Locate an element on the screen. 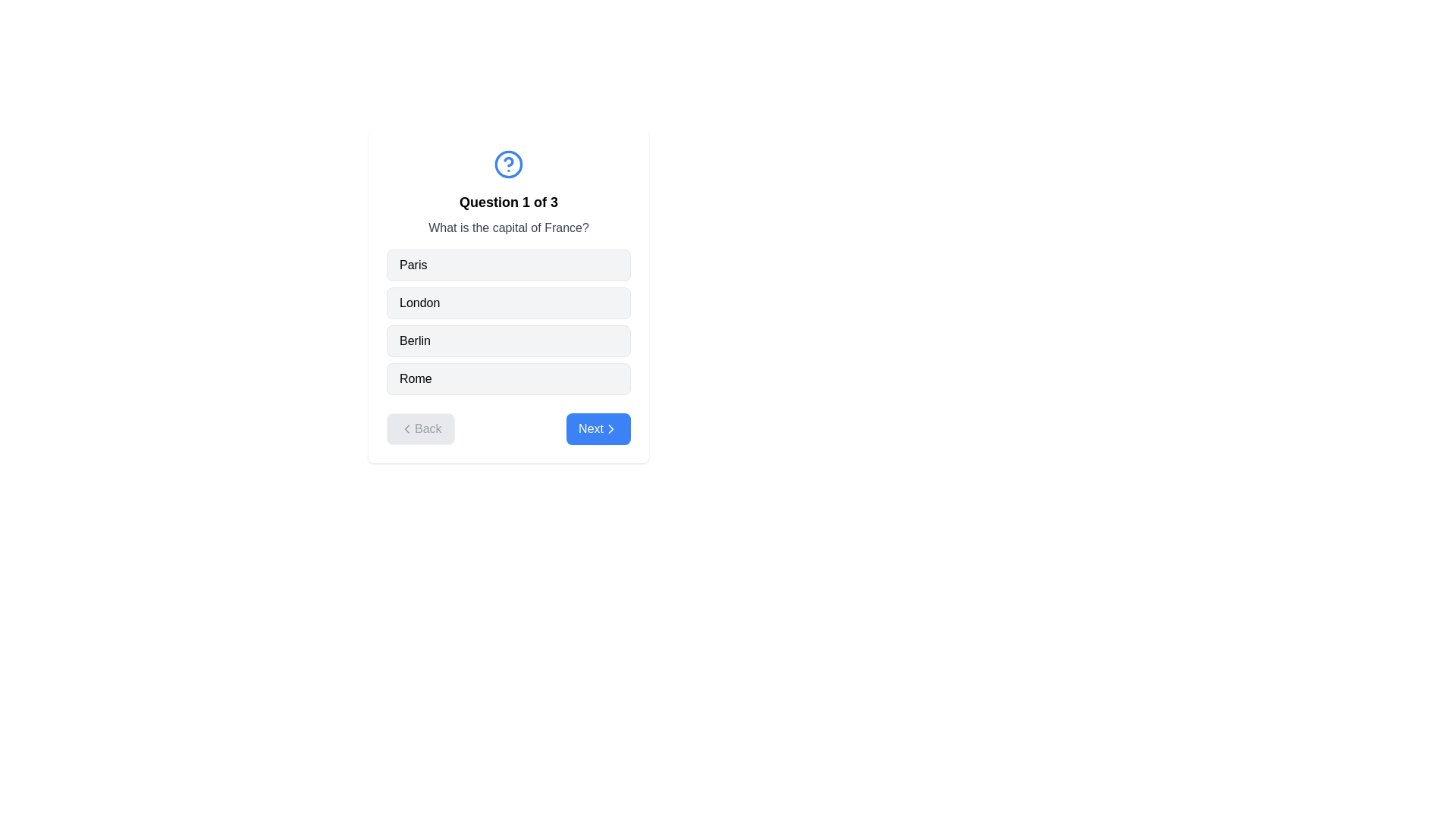 This screenshot has height=819, width=1456. the button labeled 'Paris' is located at coordinates (509, 265).